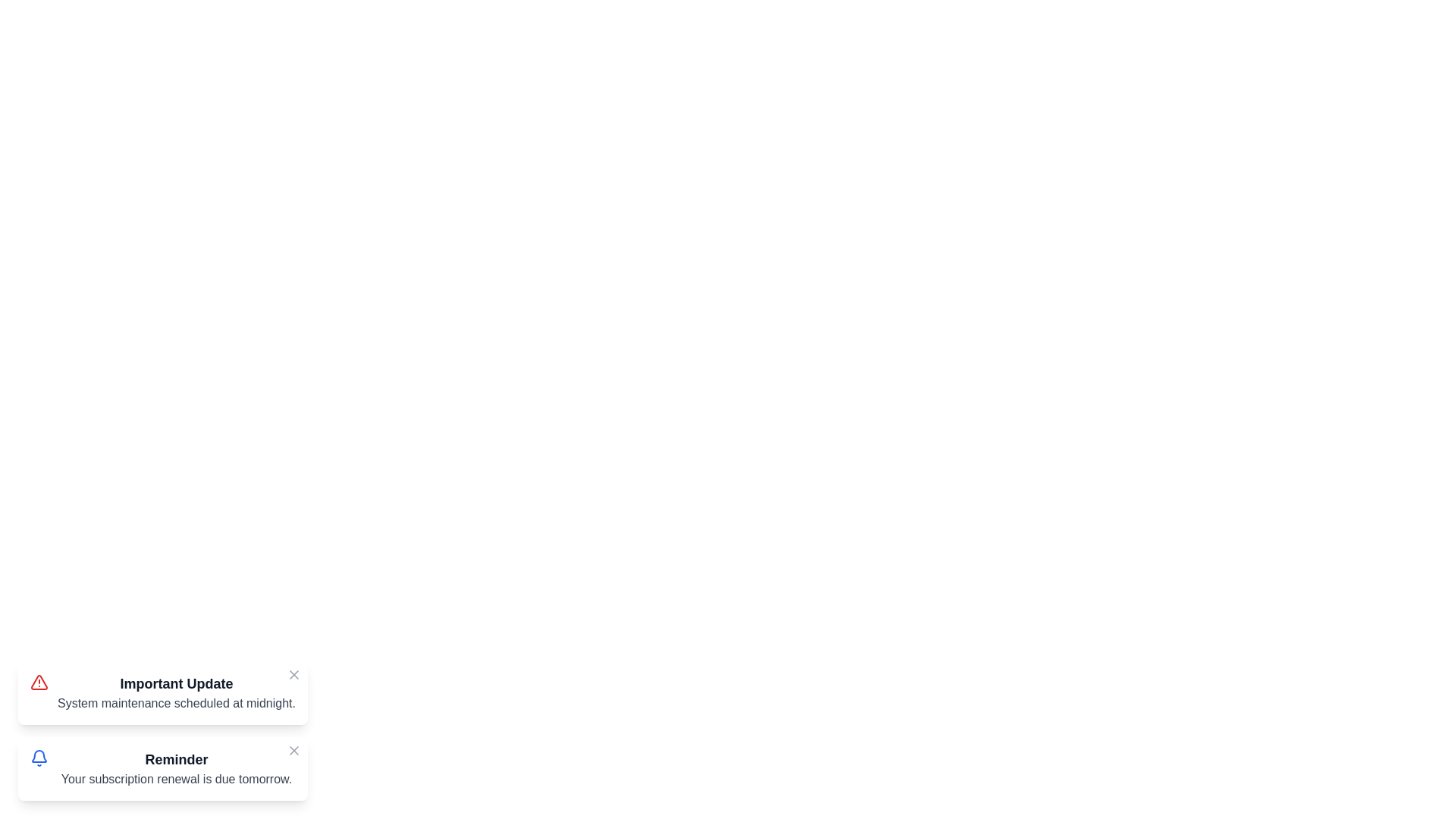 The image size is (1456, 819). Describe the element at coordinates (294, 751) in the screenshot. I see `close button of the snackbar with the title Reminder` at that location.